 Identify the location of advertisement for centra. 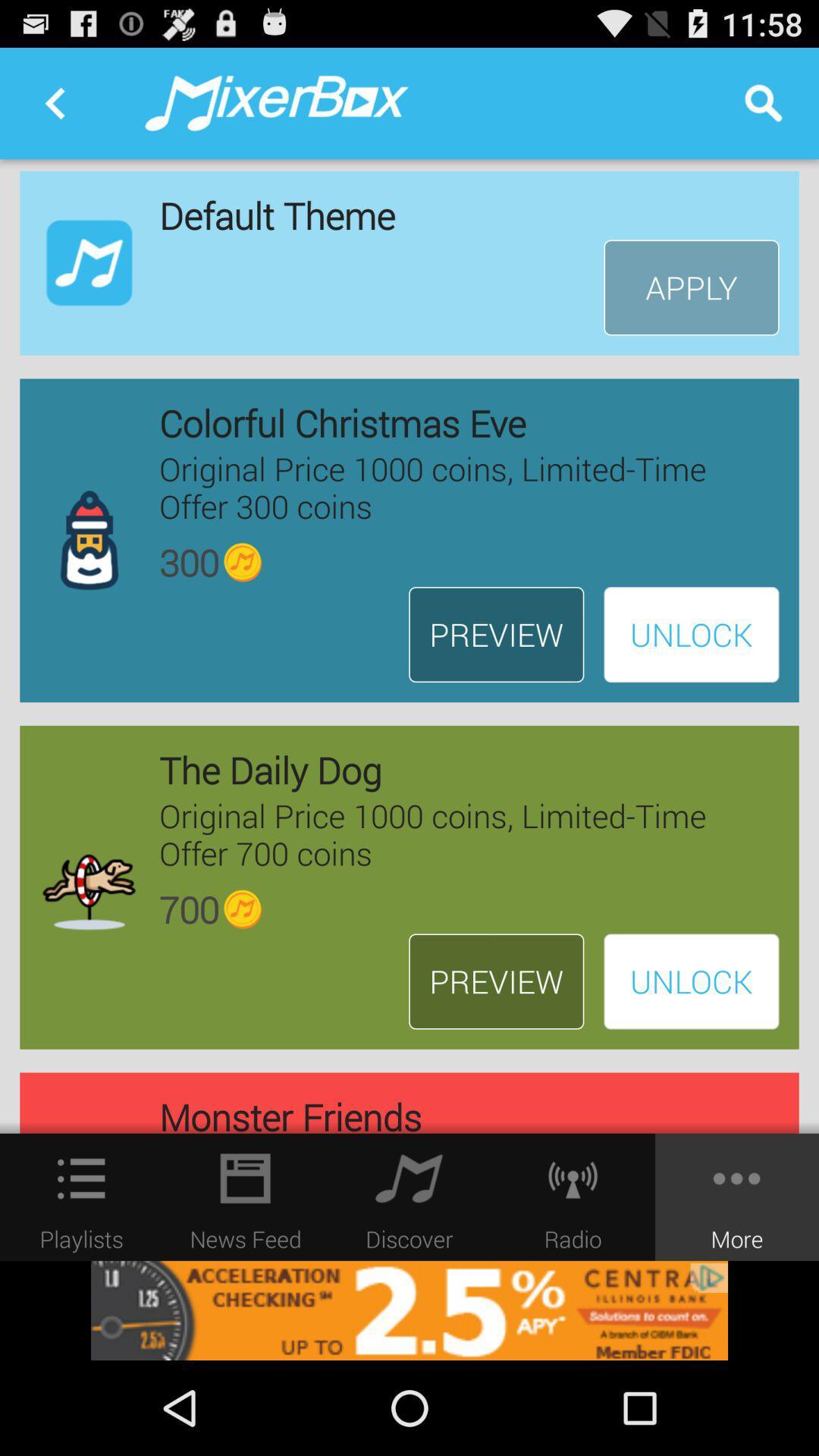
(409, 1310).